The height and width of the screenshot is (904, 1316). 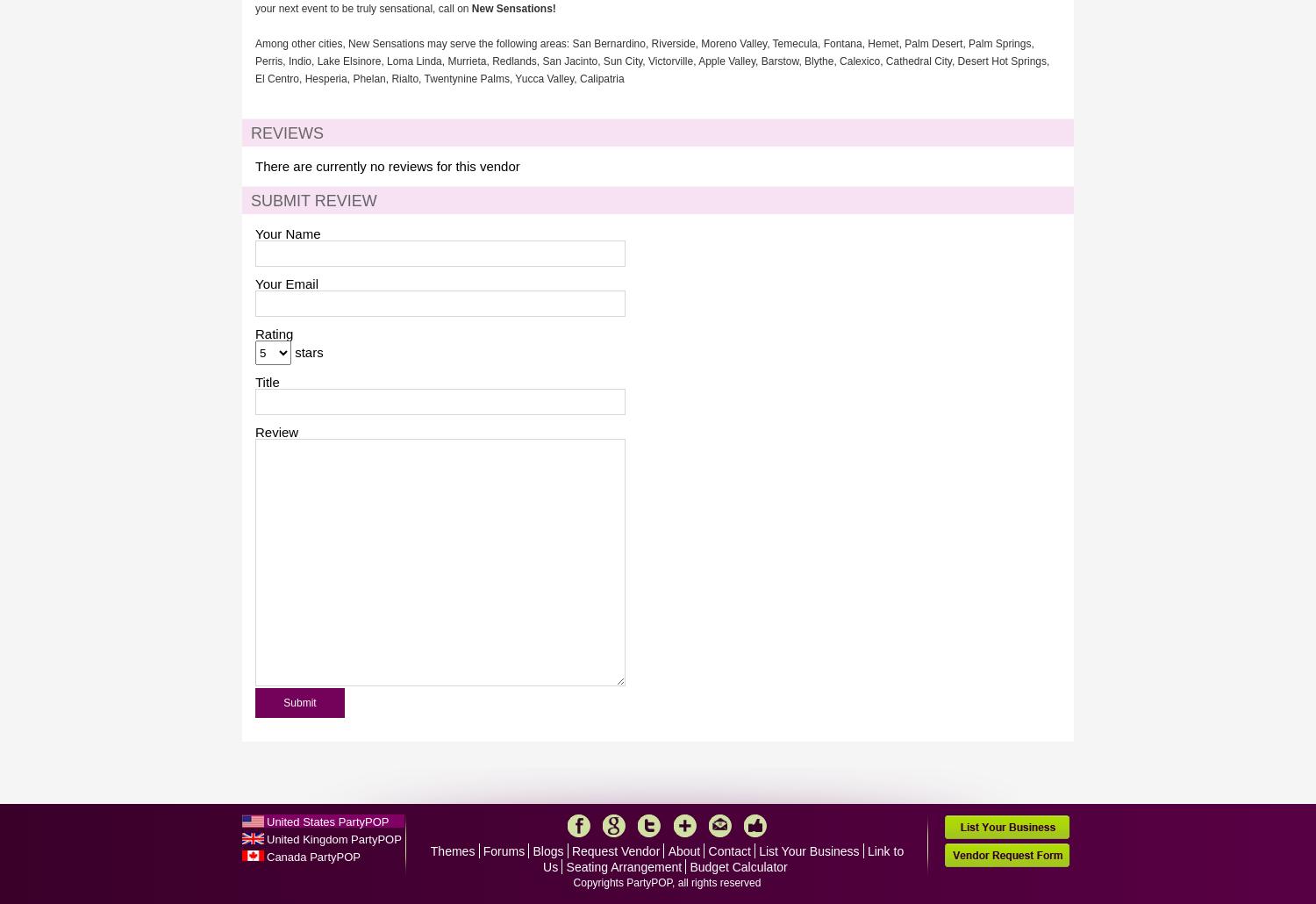 I want to click on 'List Your Business', so click(x=809, y=850).